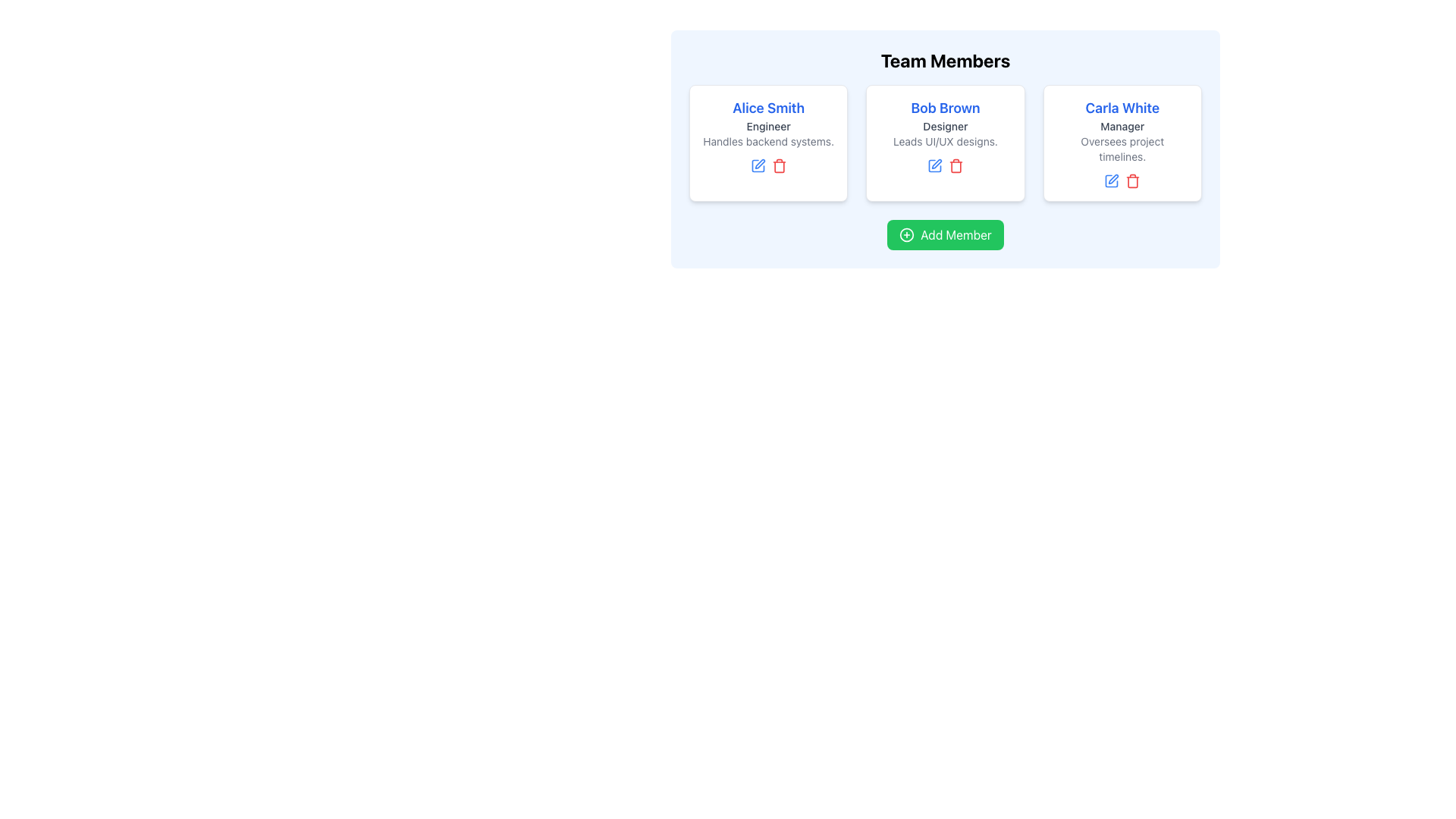 The width and height of the screenshot is (1456, 819). I want to click on the Text label that describes 'Alice Smith's' specialization in backend systems, located below the 'Engineer' title and above the icons at the bottom of the card, so click(768, 141).